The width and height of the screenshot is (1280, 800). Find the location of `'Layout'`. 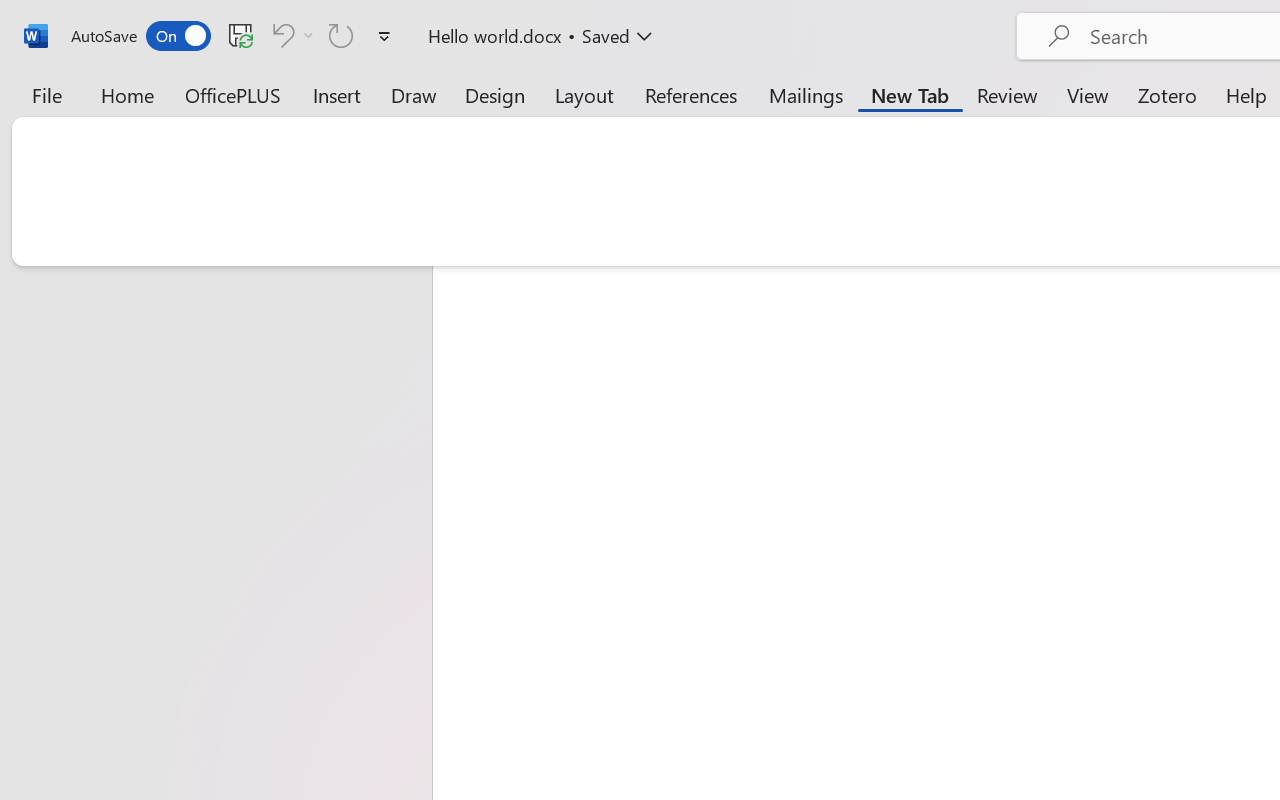

'Layout' is located at coordinates (583, 94).